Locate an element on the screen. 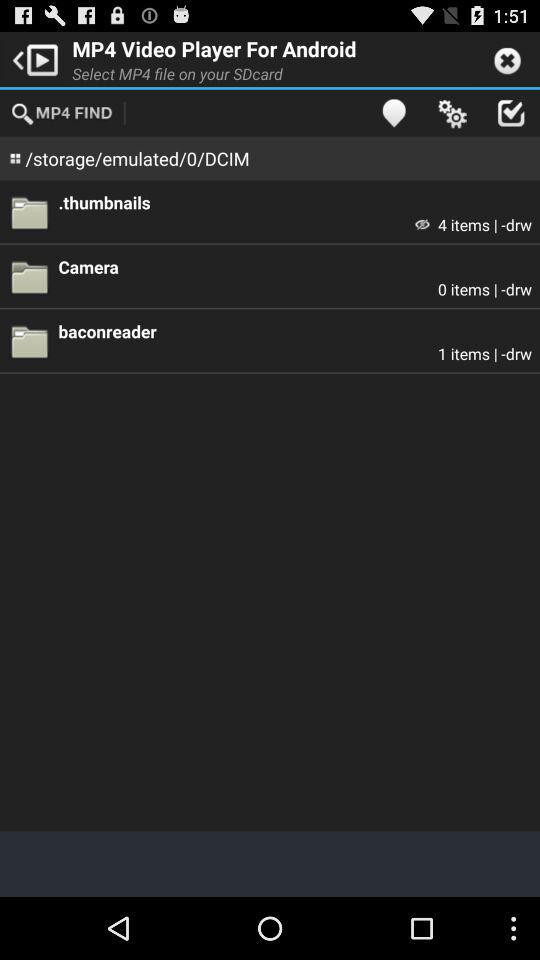  item above the .thumbnails item is located at coordinates (510, 112).